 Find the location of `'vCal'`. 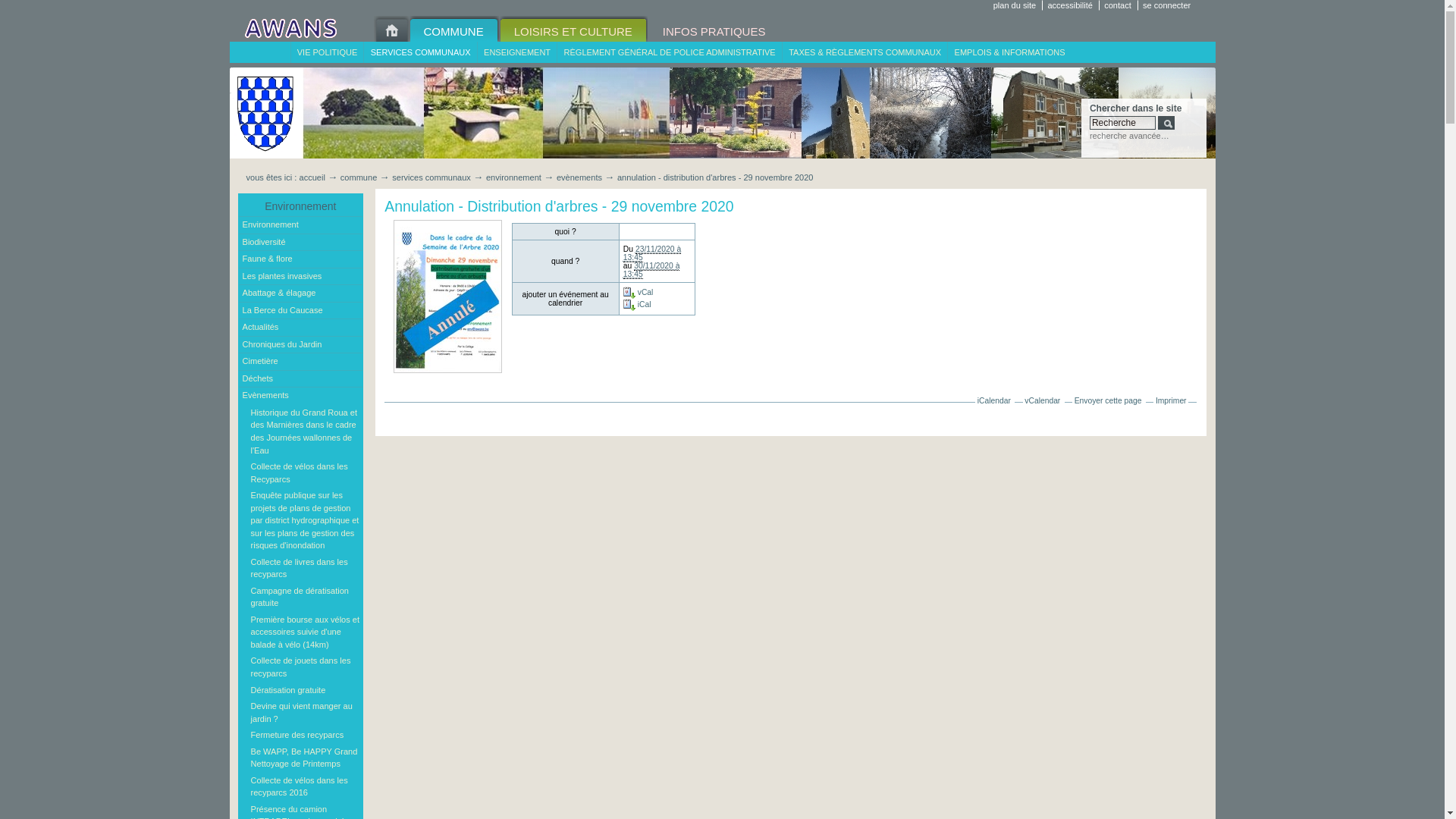

'vCal' is located at coordinates (638, 292).